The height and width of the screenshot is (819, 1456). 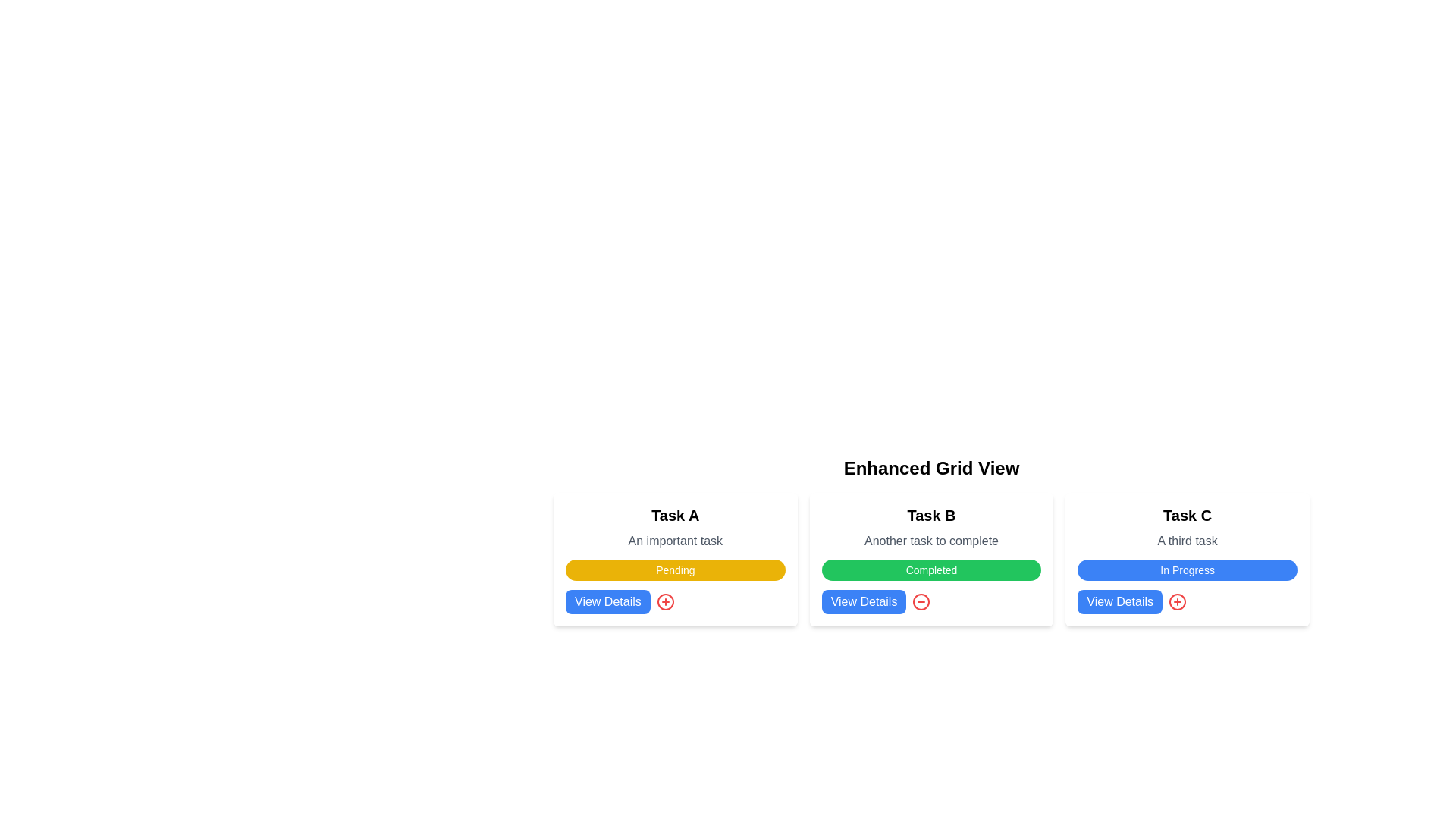 I want to click on the Status Badge indicating 'Pending' for Task A, located within the first card of the grid, positioned below the task description and above the 'View Details' button, so click(x=674, y=559).